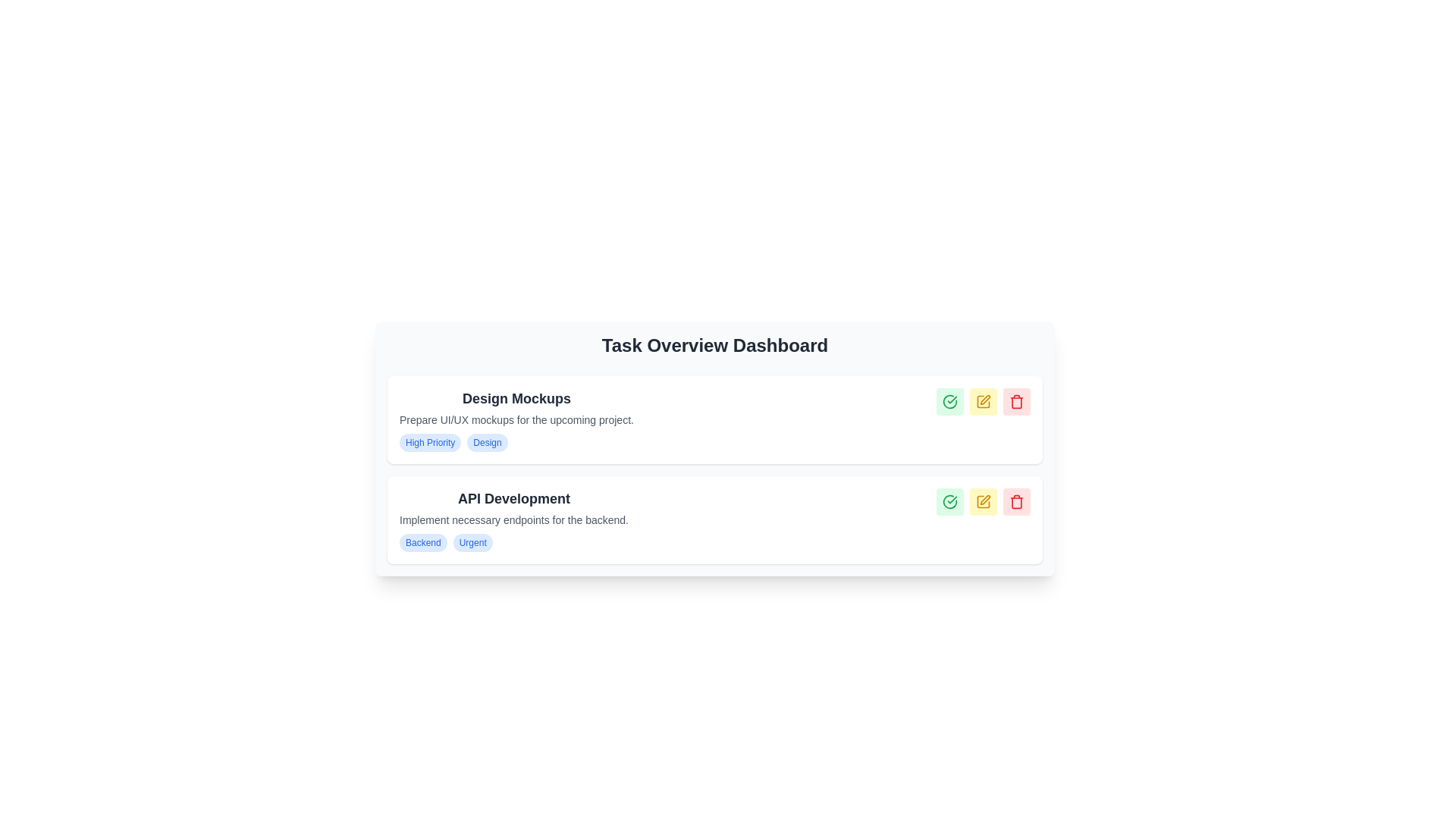  What do you see at coordinates (985, 399) in the screenshot?
I see `the pen icon located at the top-right corner of the task entry in the Task Overview Dashboard` at bounding box center [985, 399].